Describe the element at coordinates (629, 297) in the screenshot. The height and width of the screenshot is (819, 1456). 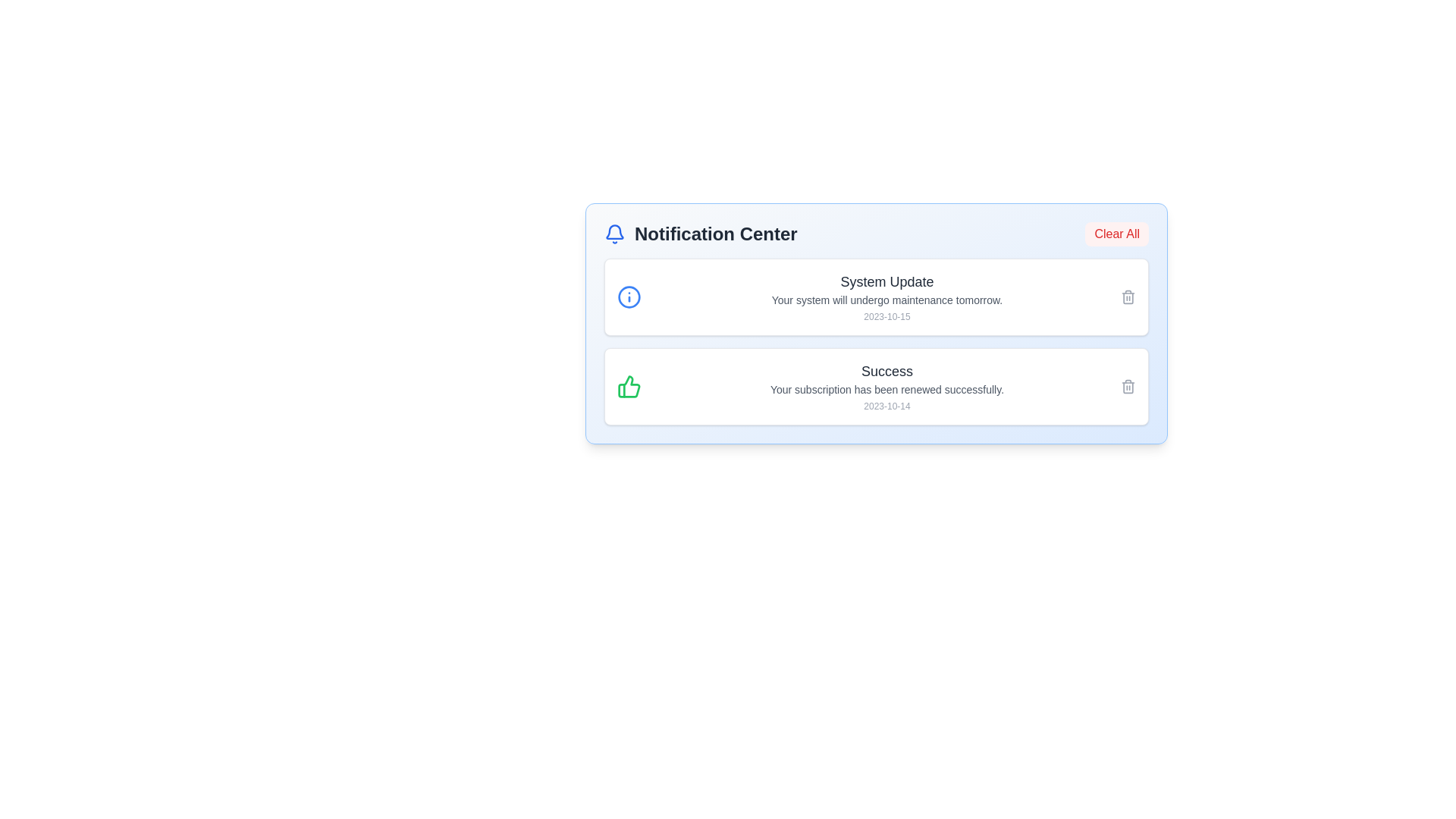
I see `the circular icon with a blue border located in the notification panel next to the bell icon` at that location.